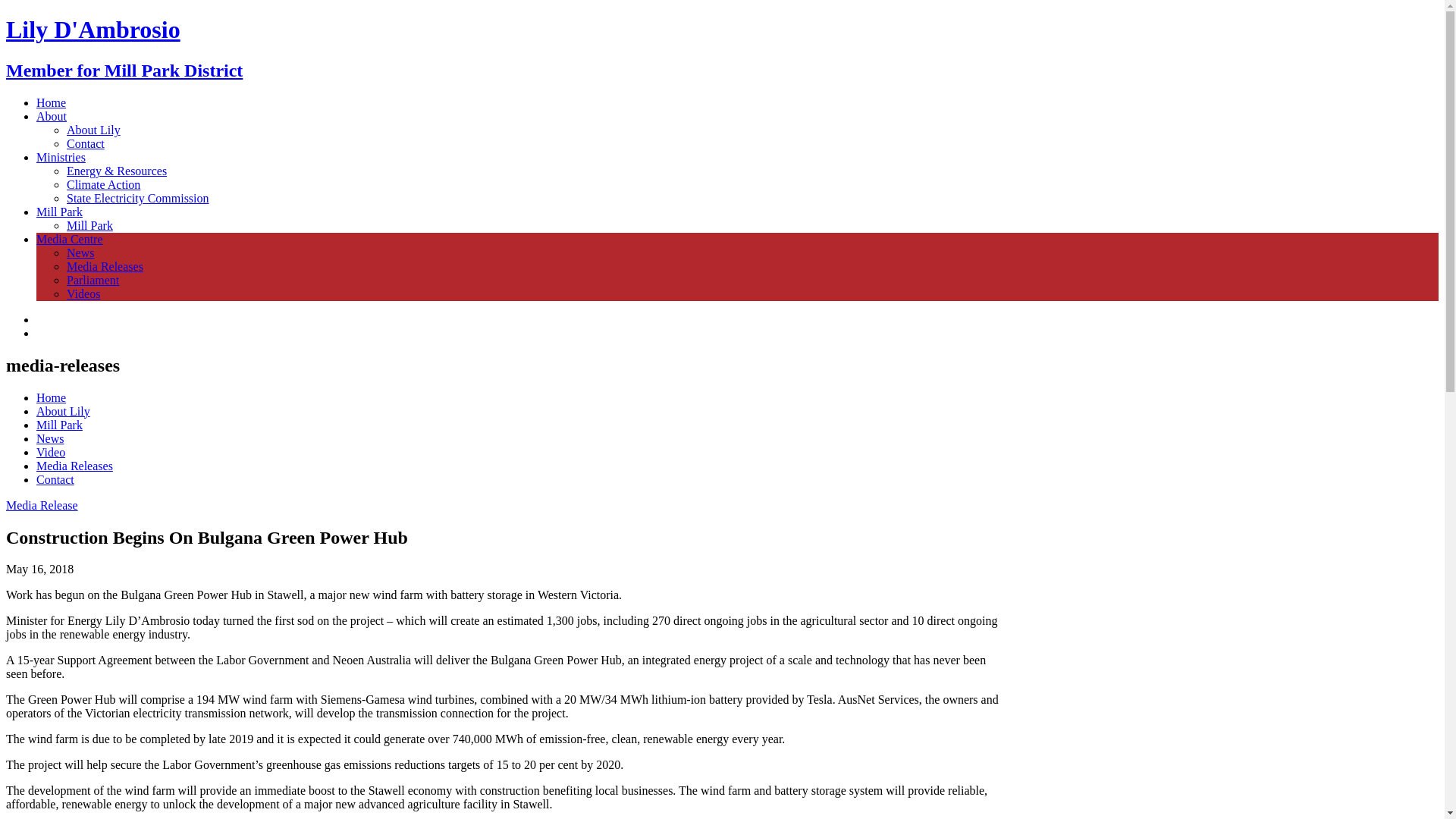 The width and height of the screenshot is (1456, 819). Describe the element at coordinates (36, 479) in the screenshot. I see `'Contact'` at that location.